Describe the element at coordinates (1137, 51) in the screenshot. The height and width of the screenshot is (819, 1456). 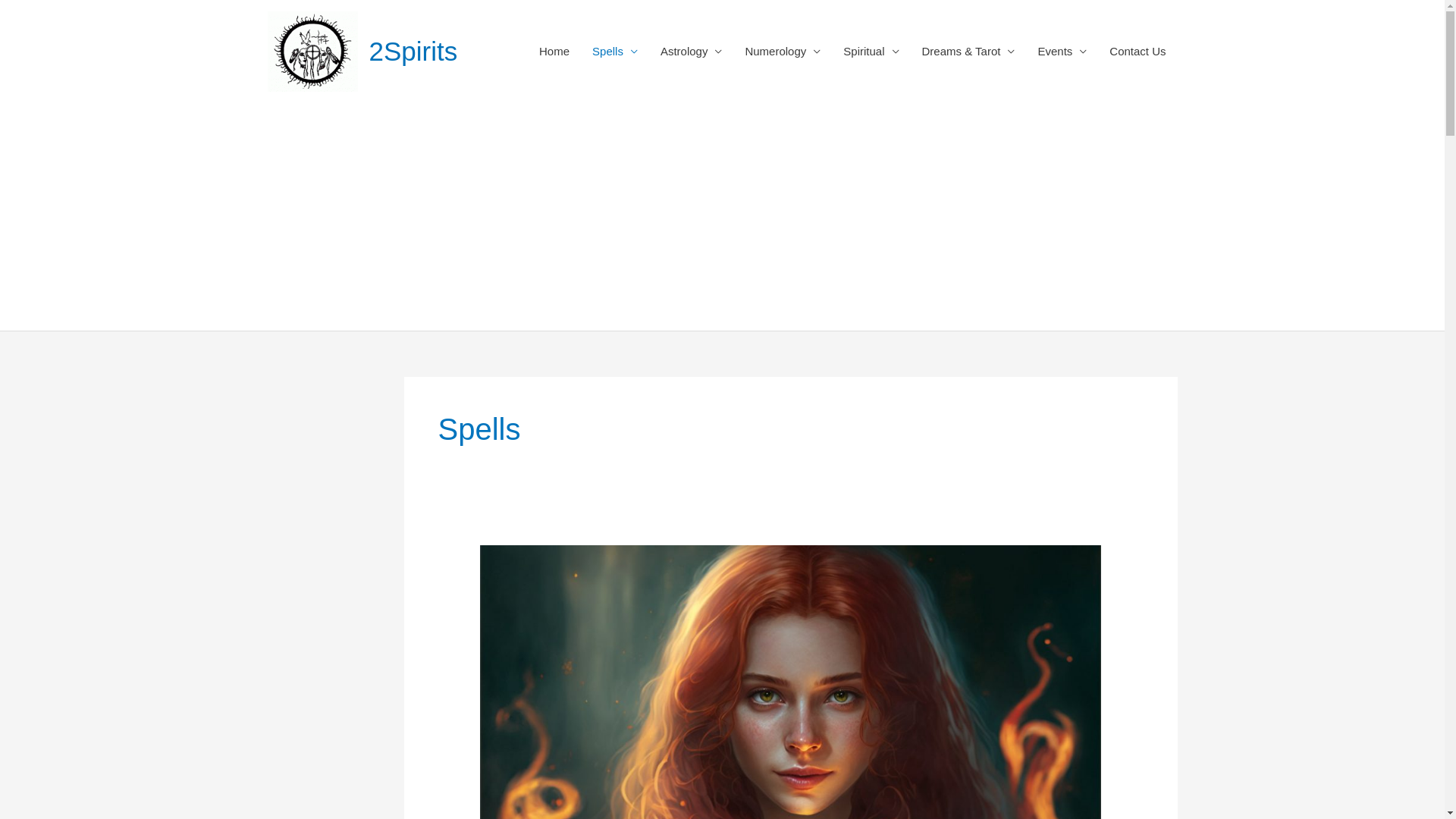
I see `'Contact Us'` at that location.